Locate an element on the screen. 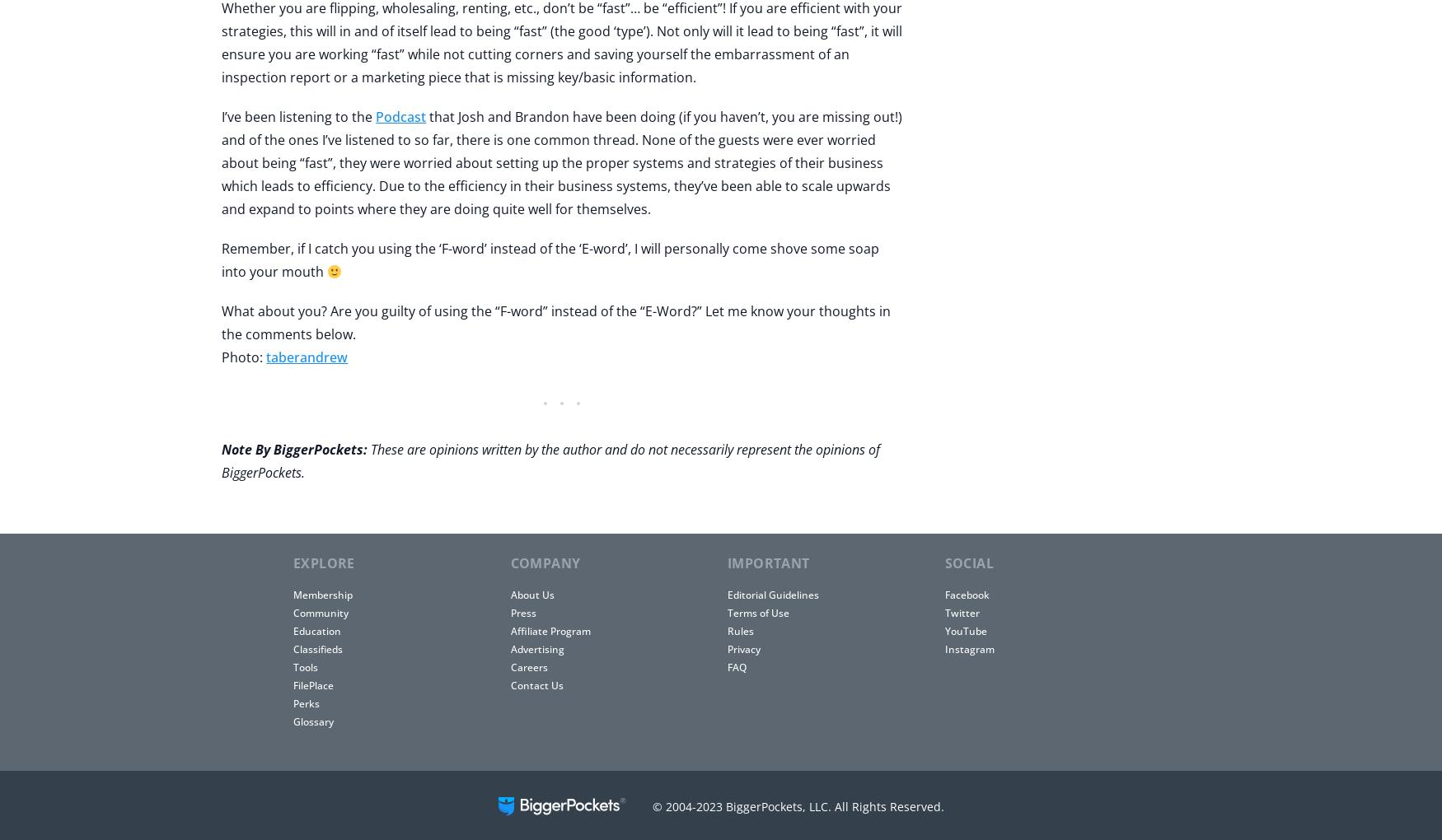 The height and width of the screenshot is (840, 1442). 'These are opinions written by the author and do not necessarily represent the opinions of BiggerPockets.' is located at coordinates (550, 460).